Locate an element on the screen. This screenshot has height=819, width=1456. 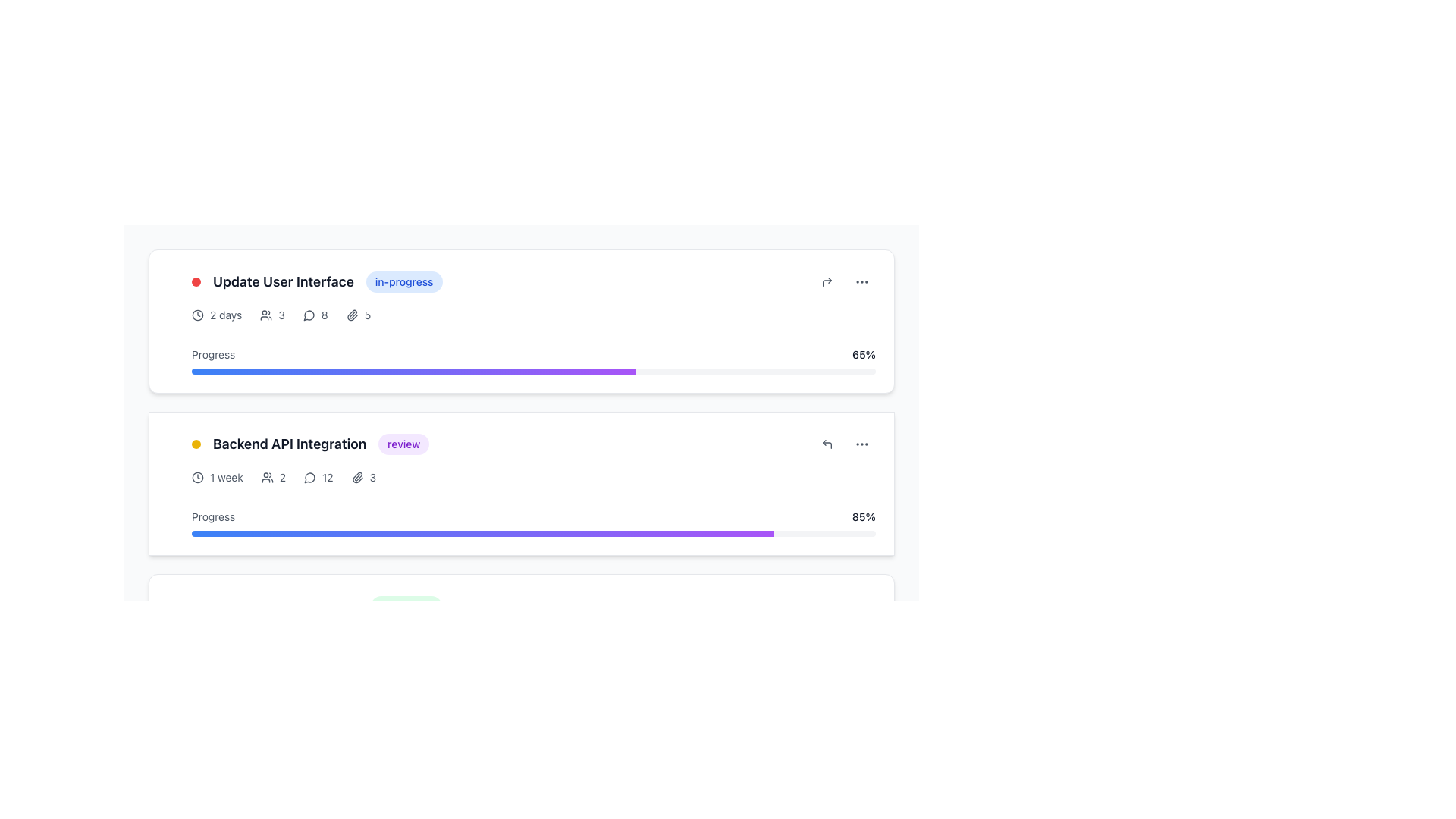
the task card titled 'Update User Interface' which is the top card in the list, featuring a blue 'in-progress' badge and a progress bar indicating 65% completion is located at coordinates (534, 321).